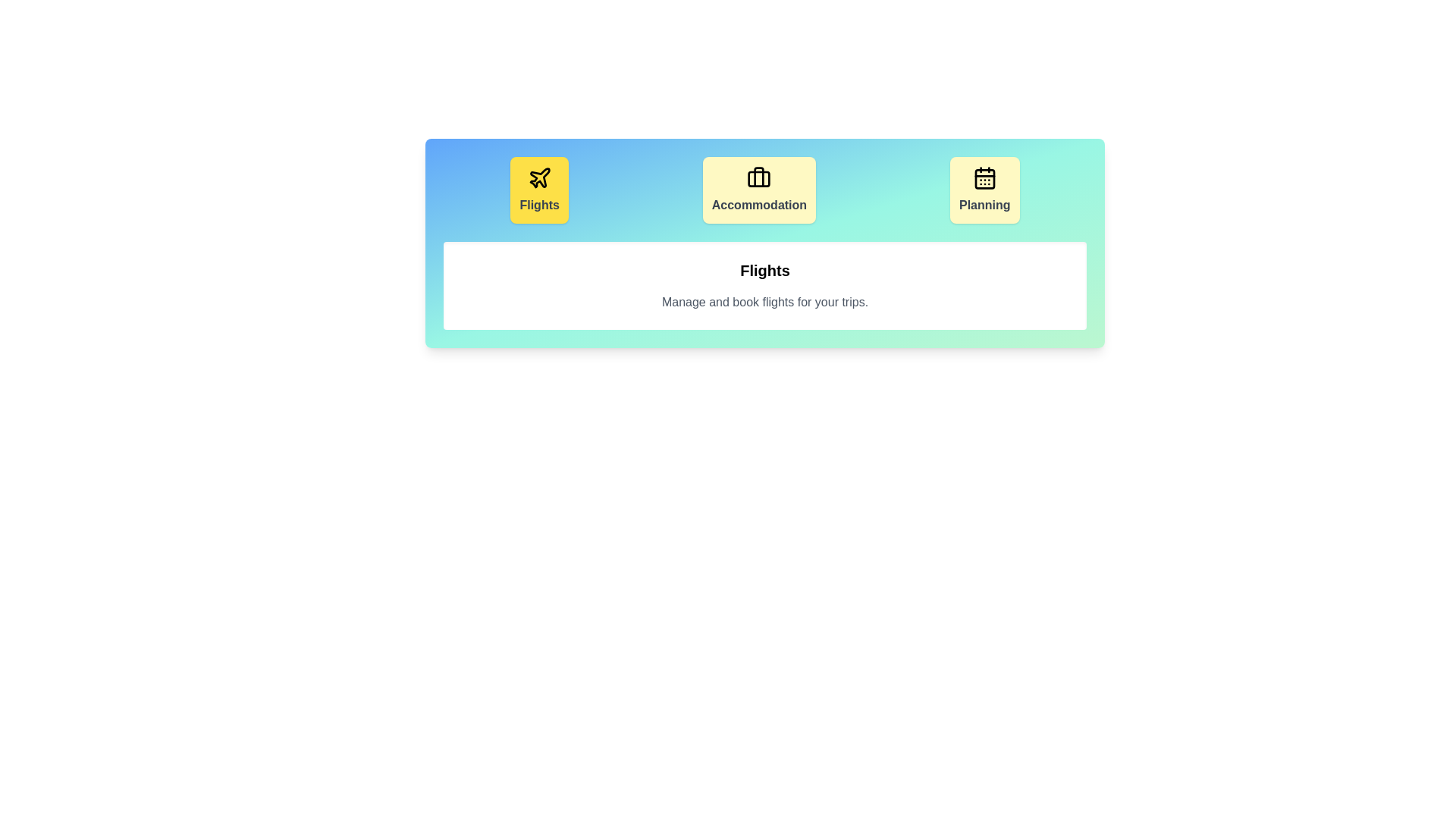  What do you see at coordinates (759, 189) in the screenshot?
I see `the button labeled Accommodation` at bounding box center [759, 189].